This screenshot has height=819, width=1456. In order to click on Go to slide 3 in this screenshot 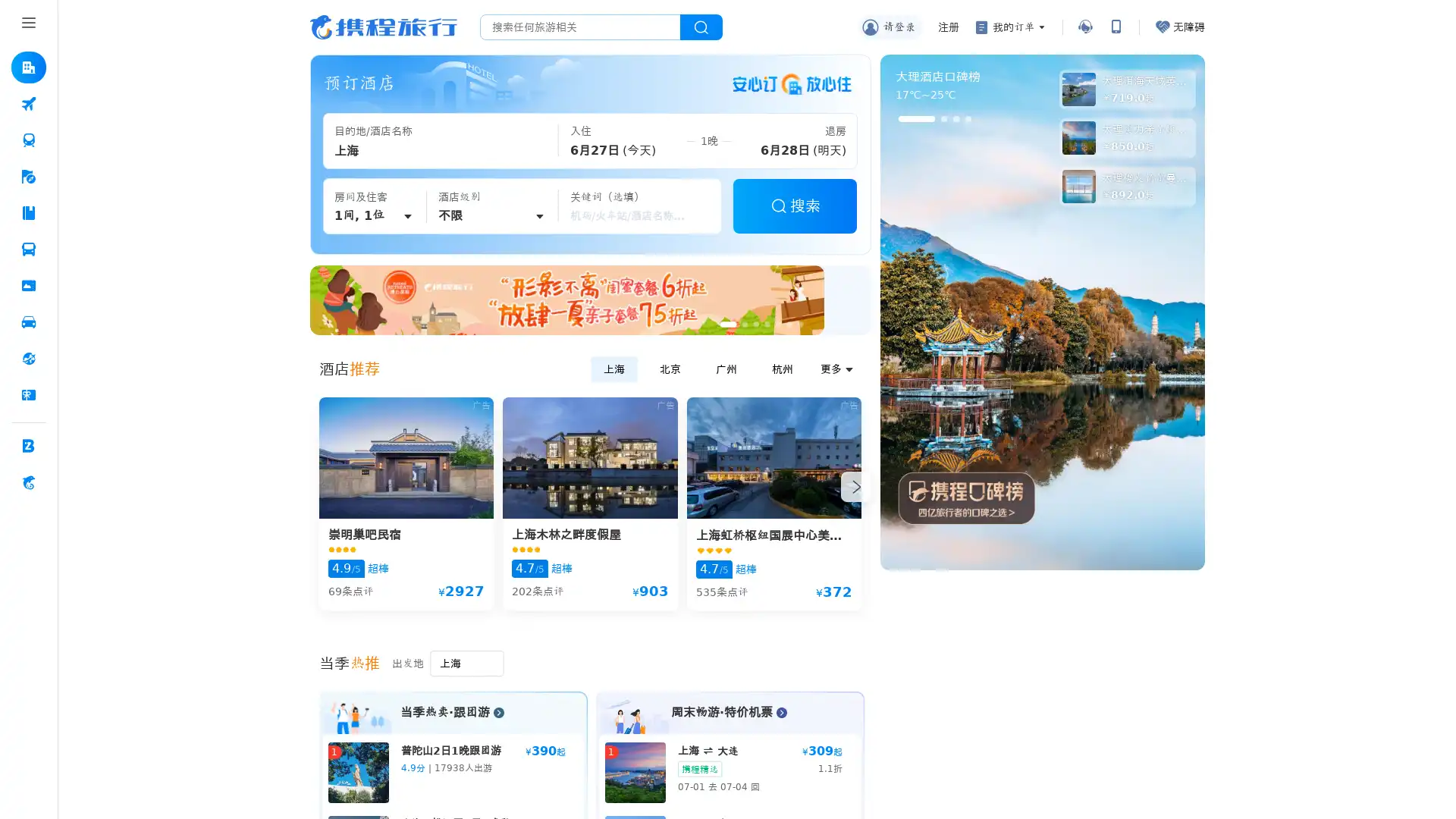, I will do `click(795, 329)`.